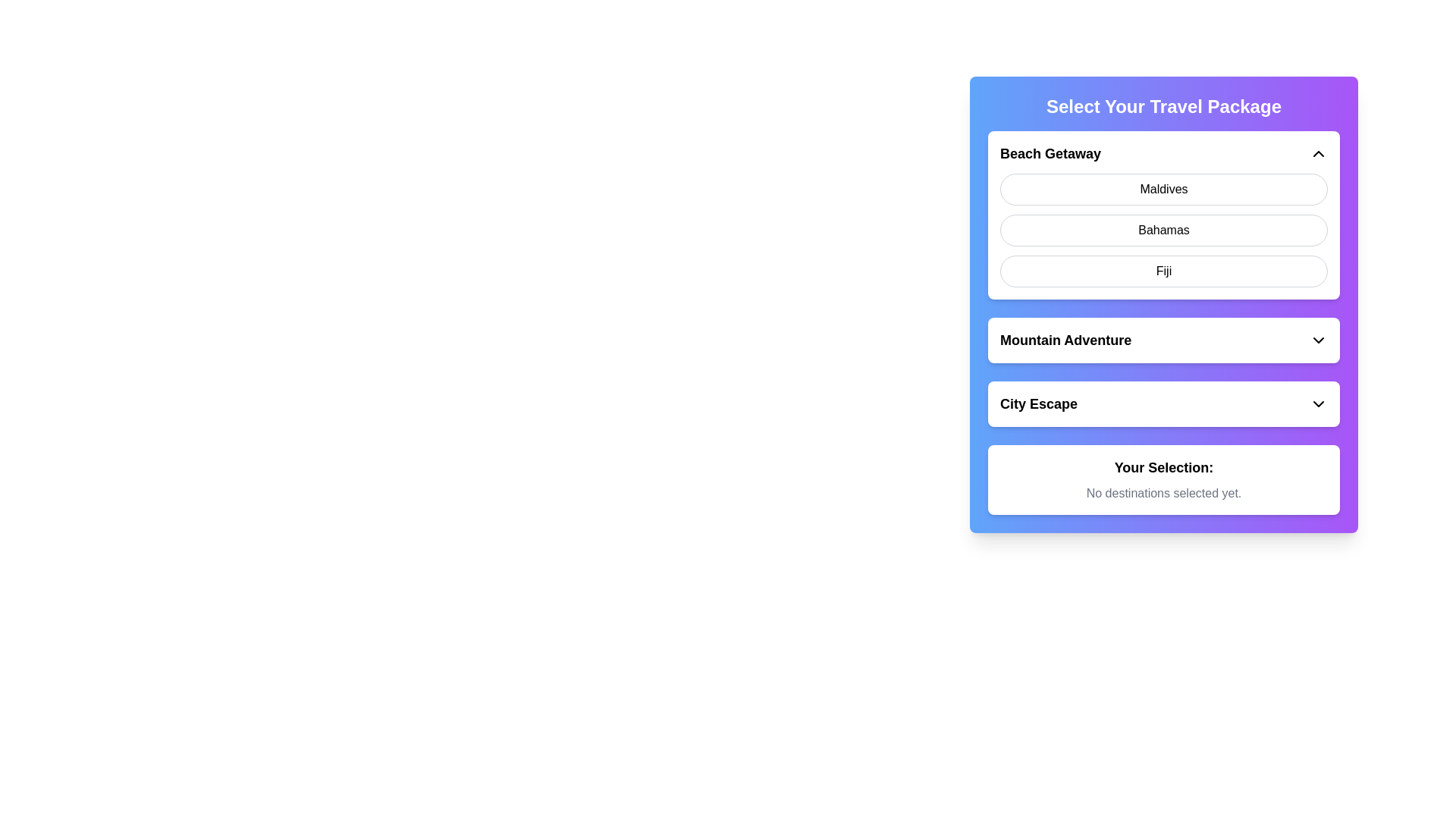 The width and height of the screenshot is (1456, 819). What do you see at coordinates (1163, 403) in the screenshot?
I see `'City Escape' dropdown menu for accessibility or developer tools by clicking on its center point` at bounding box center [1163, 403].